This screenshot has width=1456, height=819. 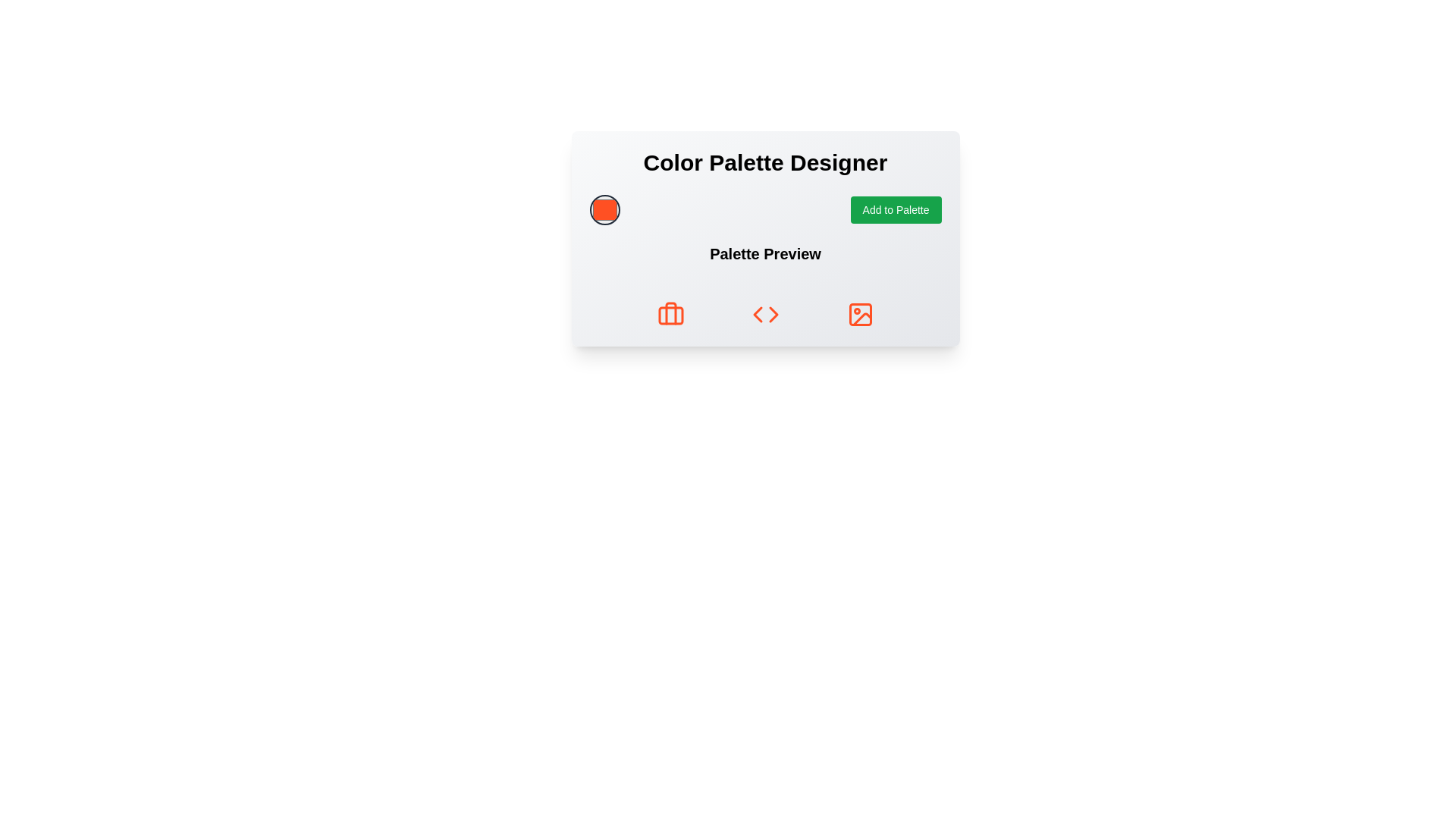 I want to click on the circular red button with a black border, so click(x=604, y=210).